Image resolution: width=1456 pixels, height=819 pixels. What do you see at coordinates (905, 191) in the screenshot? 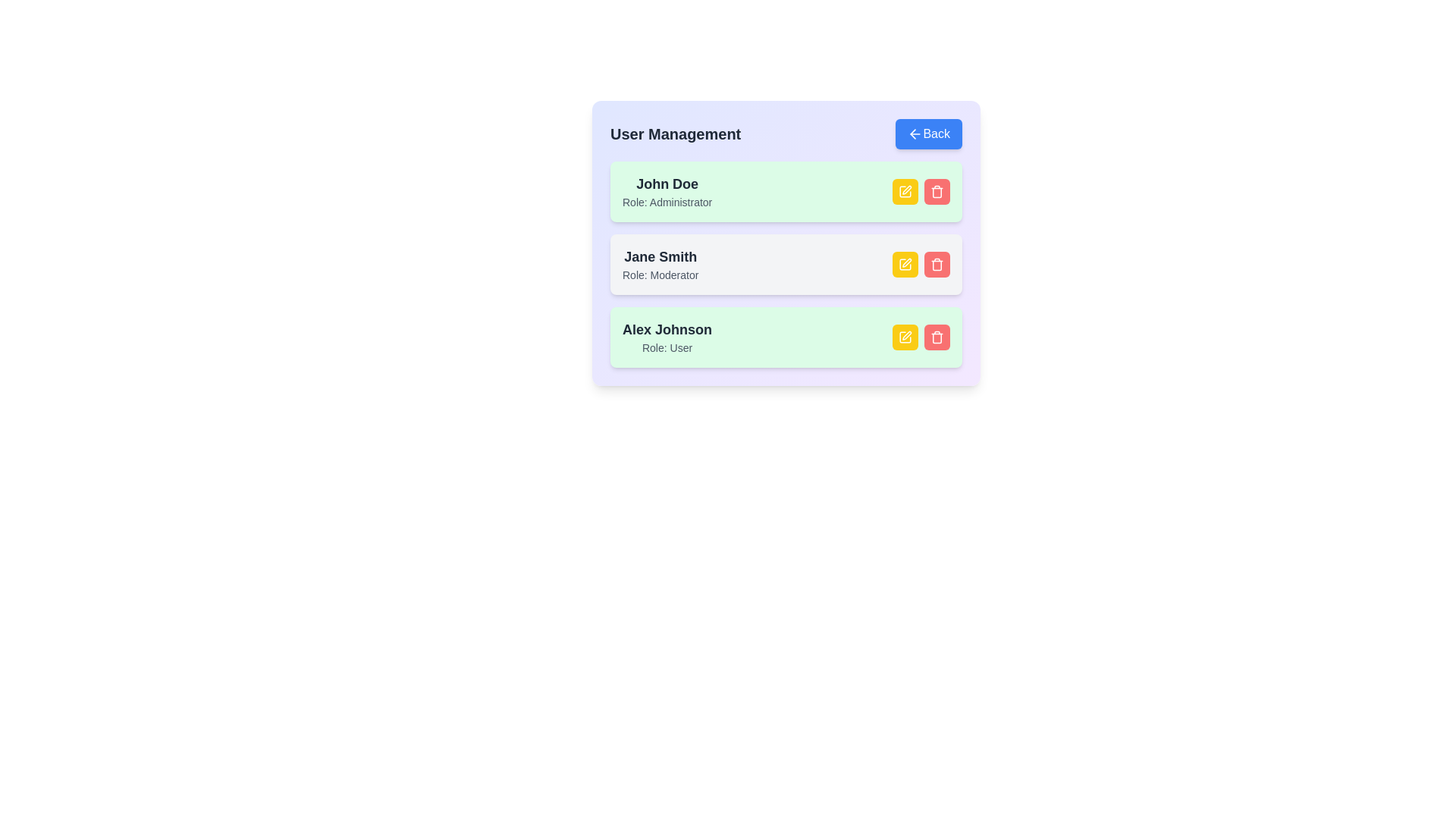
I see `edit button for the user identified by John Doe` at bounding box center [905, 191].